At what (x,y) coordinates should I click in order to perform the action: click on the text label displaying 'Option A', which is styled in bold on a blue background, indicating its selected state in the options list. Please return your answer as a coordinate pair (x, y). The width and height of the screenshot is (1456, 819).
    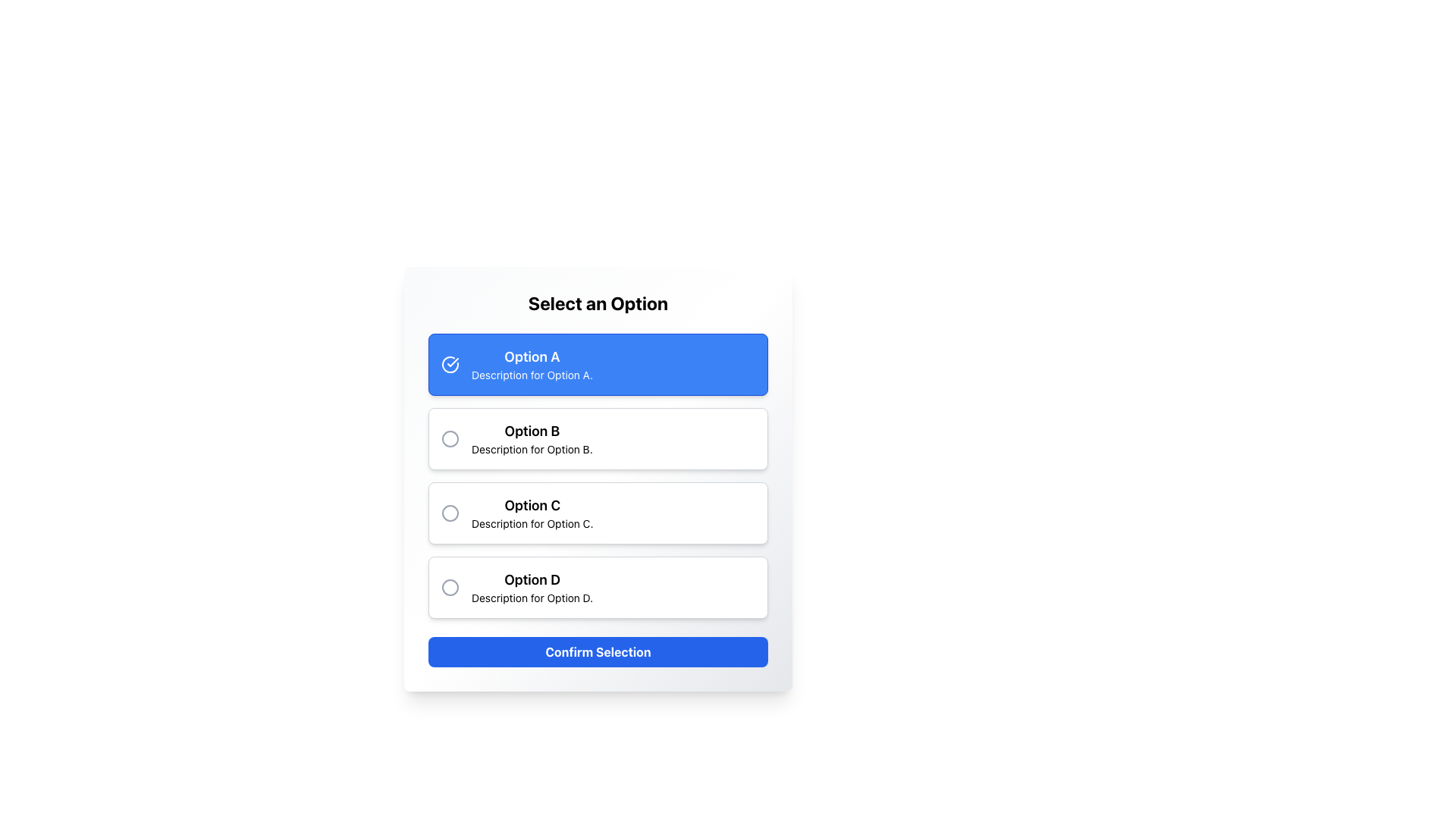
    Looking at the image, I should click on (532, 356).